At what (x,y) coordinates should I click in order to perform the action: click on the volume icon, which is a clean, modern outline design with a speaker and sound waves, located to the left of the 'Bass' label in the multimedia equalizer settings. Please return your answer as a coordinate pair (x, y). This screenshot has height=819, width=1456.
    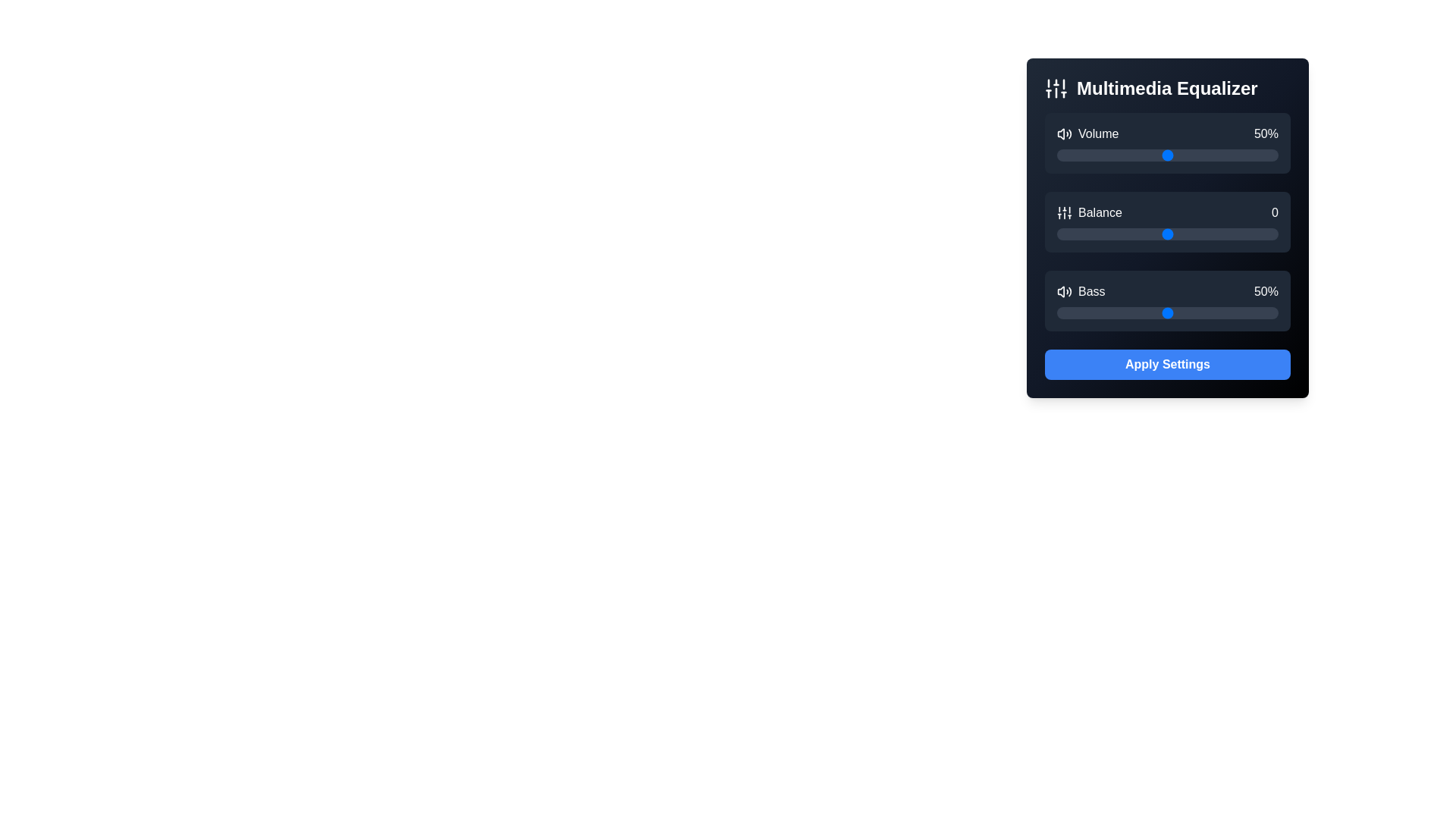
    Looking at the image, I should click on (1063, 292).